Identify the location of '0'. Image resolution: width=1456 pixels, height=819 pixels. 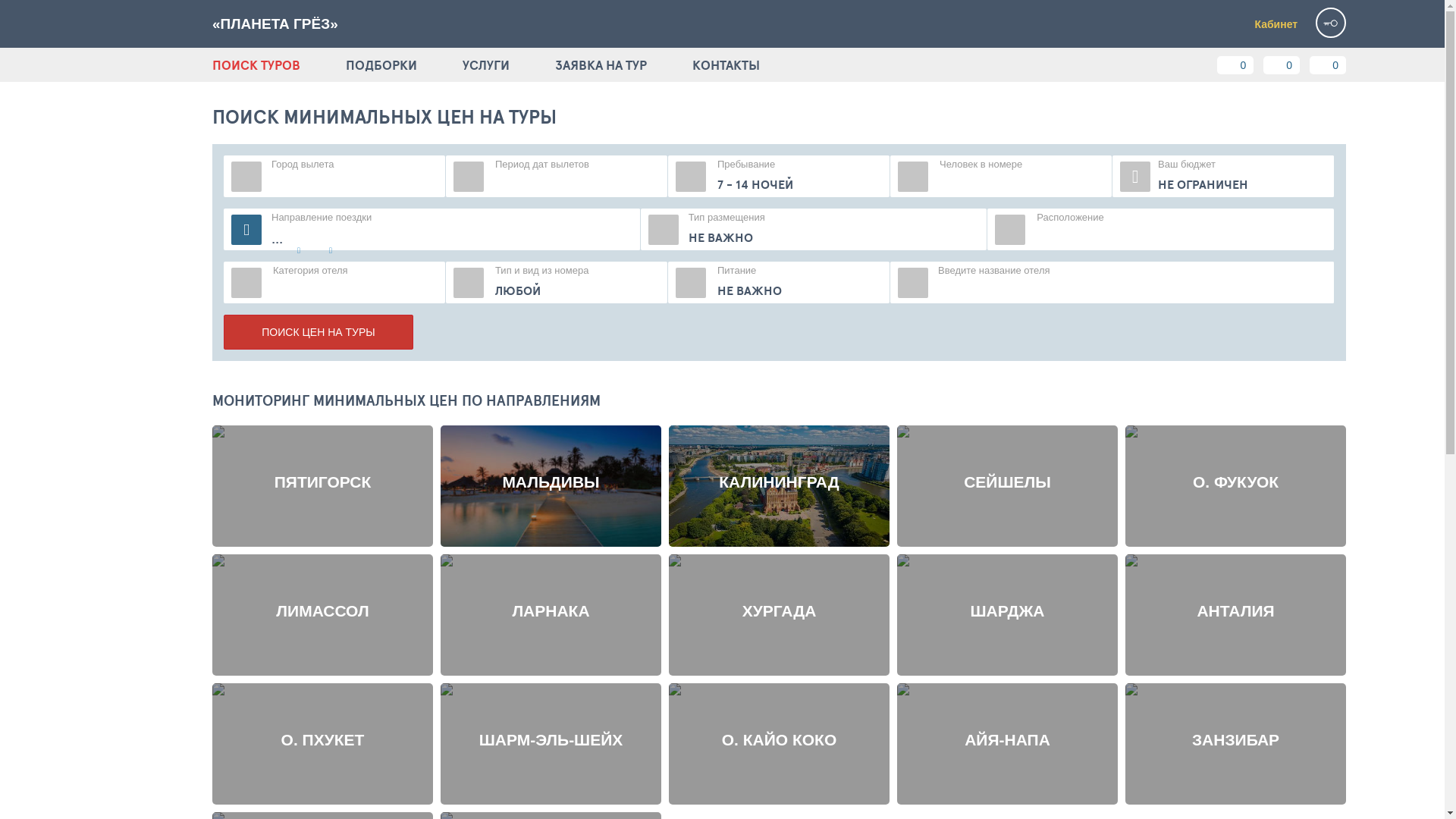
(1280, 64).